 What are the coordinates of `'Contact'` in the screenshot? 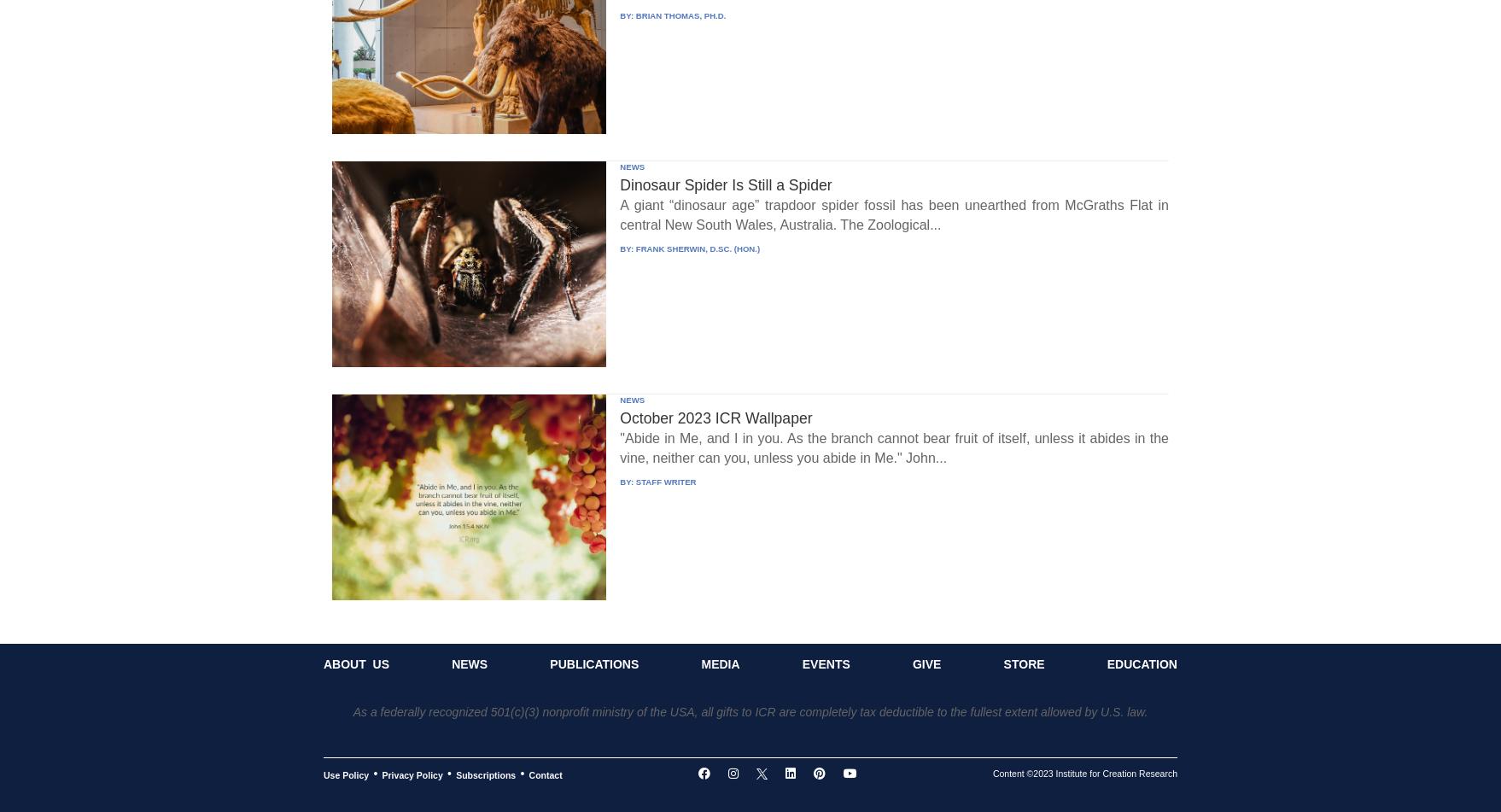 It's located at (545, 773).